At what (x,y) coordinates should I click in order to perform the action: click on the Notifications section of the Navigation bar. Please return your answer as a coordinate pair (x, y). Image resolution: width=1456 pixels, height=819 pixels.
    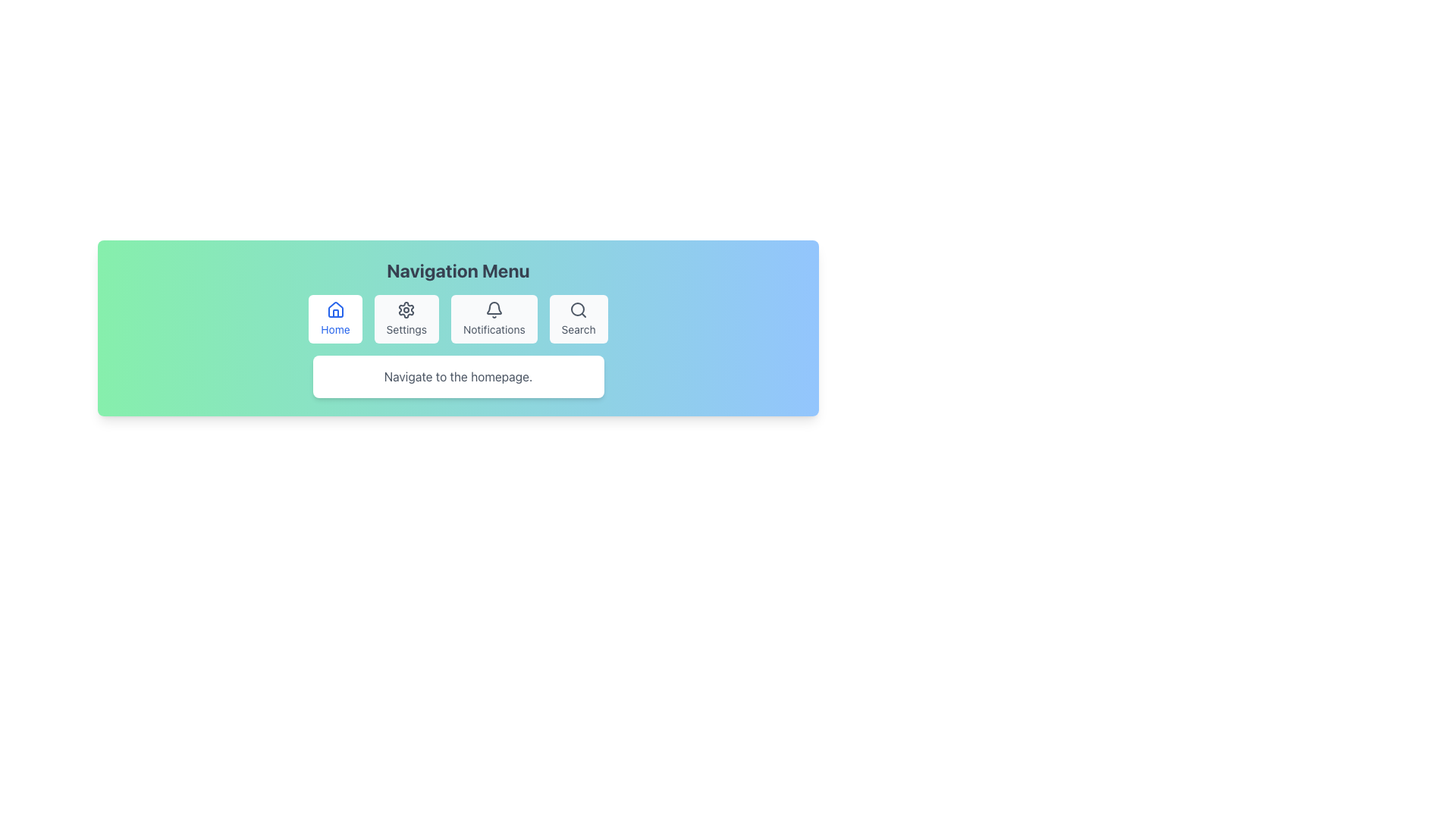
    Looking at the image, I should click on (457, 318).